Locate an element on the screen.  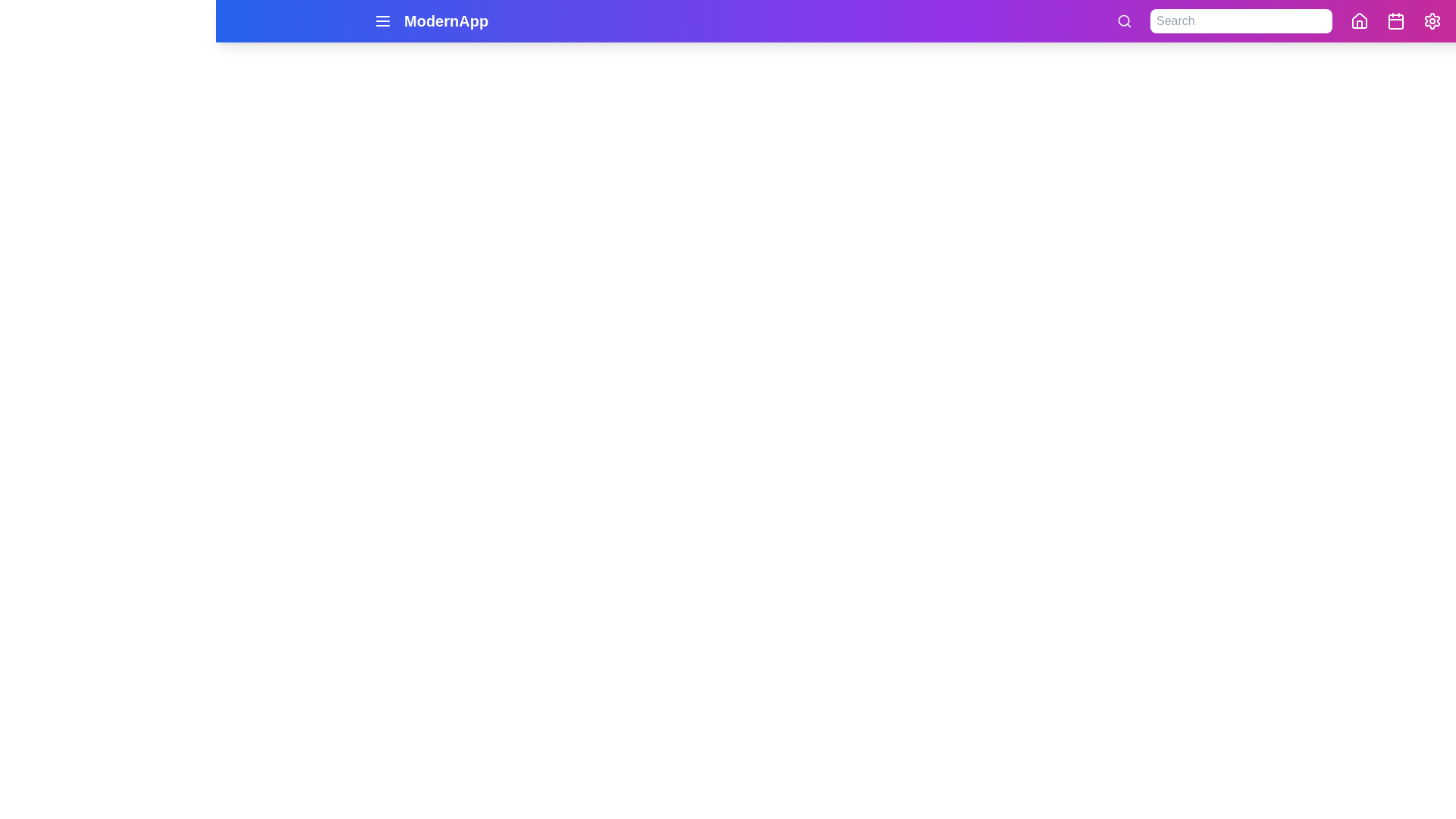
the hamburger menu icon, which is a small icon with three horizontal lines located to the left of the 'ModernApp' text in the top navigation bar, to observe a style change is located at coordinates (382, 20).